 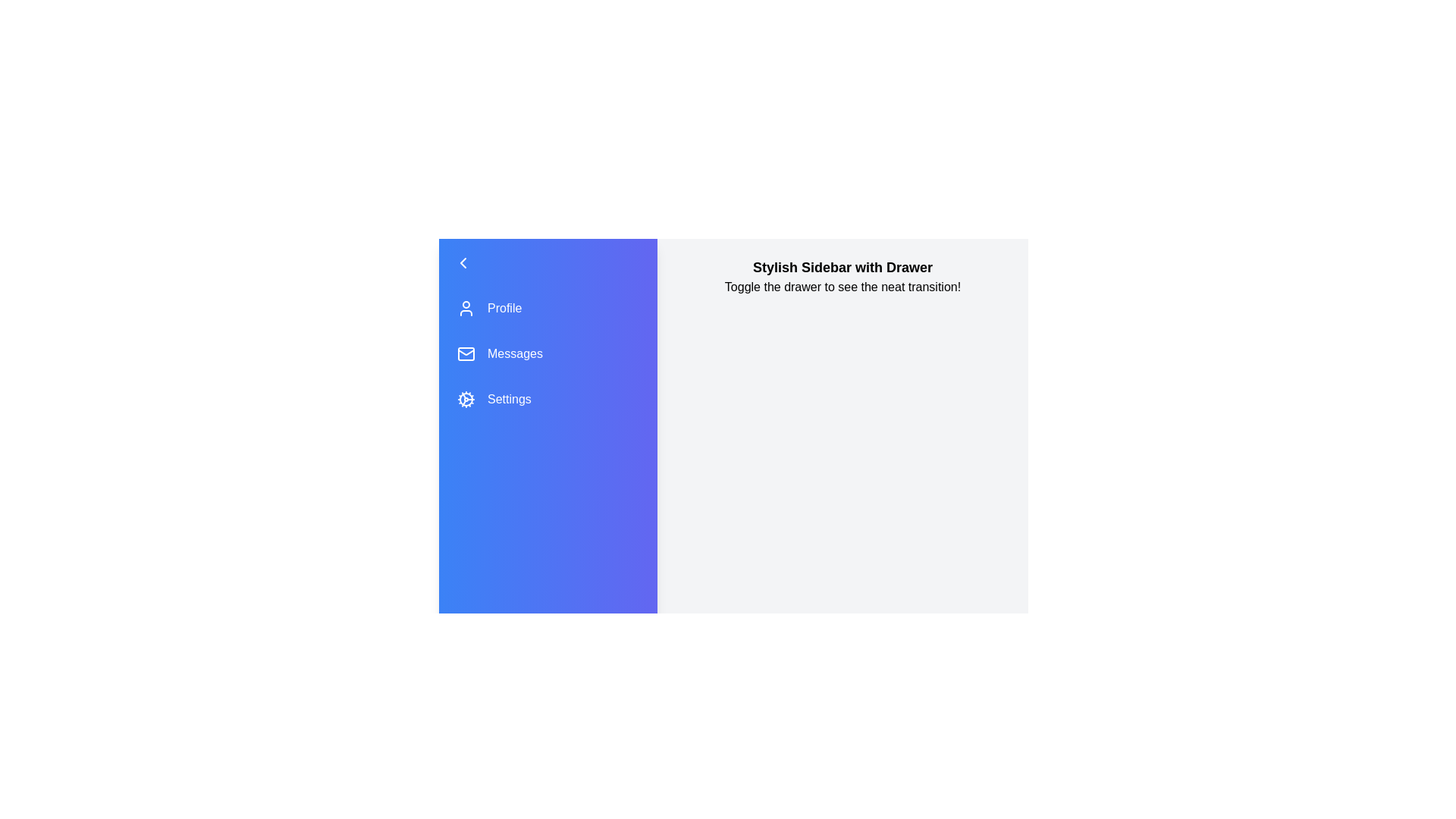 What do you see at coordinates (548, 399) in the screenshot?
I see `the menu item Settings from the sidebar` at bounding box center [548, 399].